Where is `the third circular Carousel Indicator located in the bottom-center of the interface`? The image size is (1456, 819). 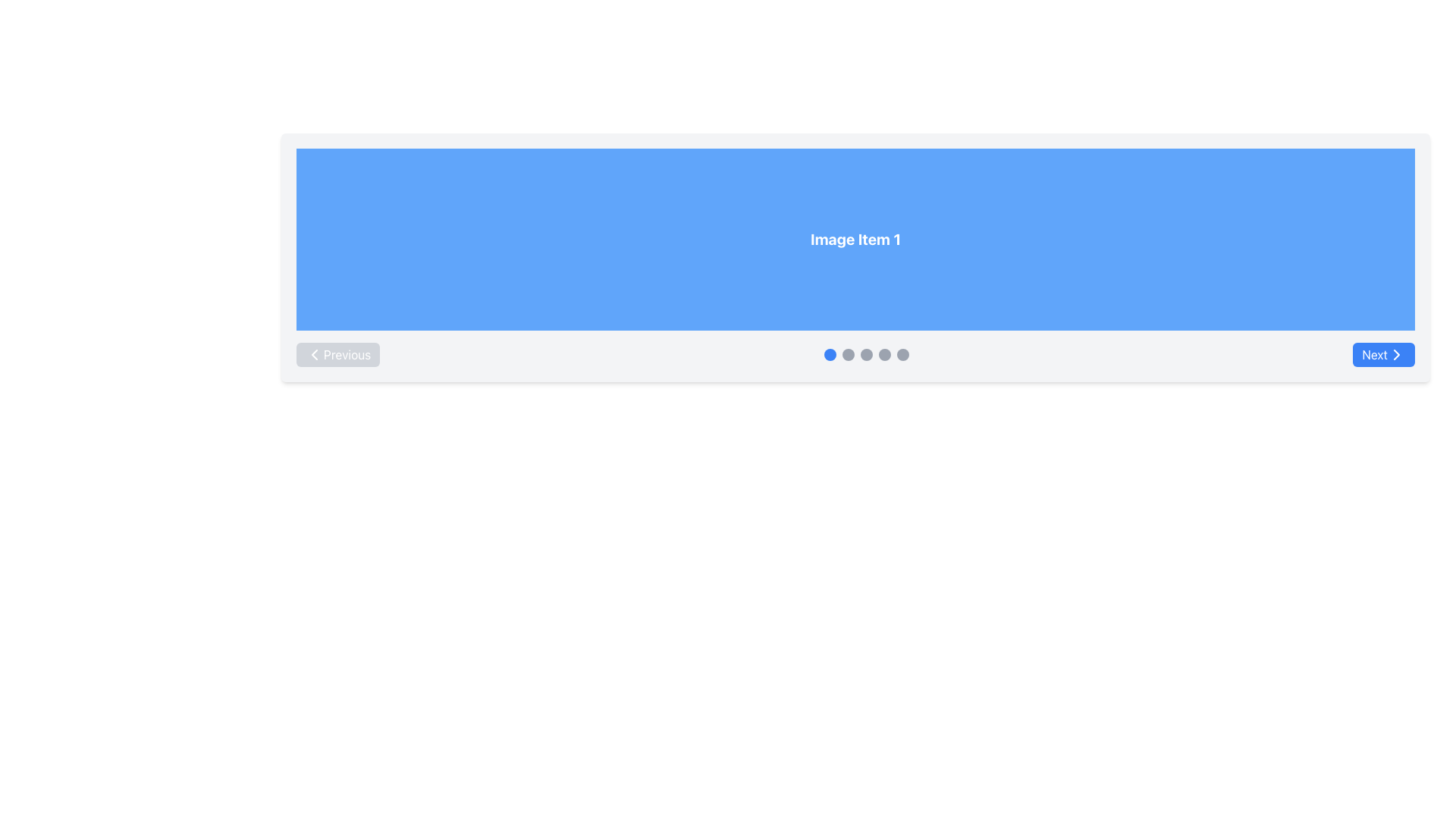
the third circular Carousel Indicator located in the bottom-center of the interface is located at coordinates (866, 354).